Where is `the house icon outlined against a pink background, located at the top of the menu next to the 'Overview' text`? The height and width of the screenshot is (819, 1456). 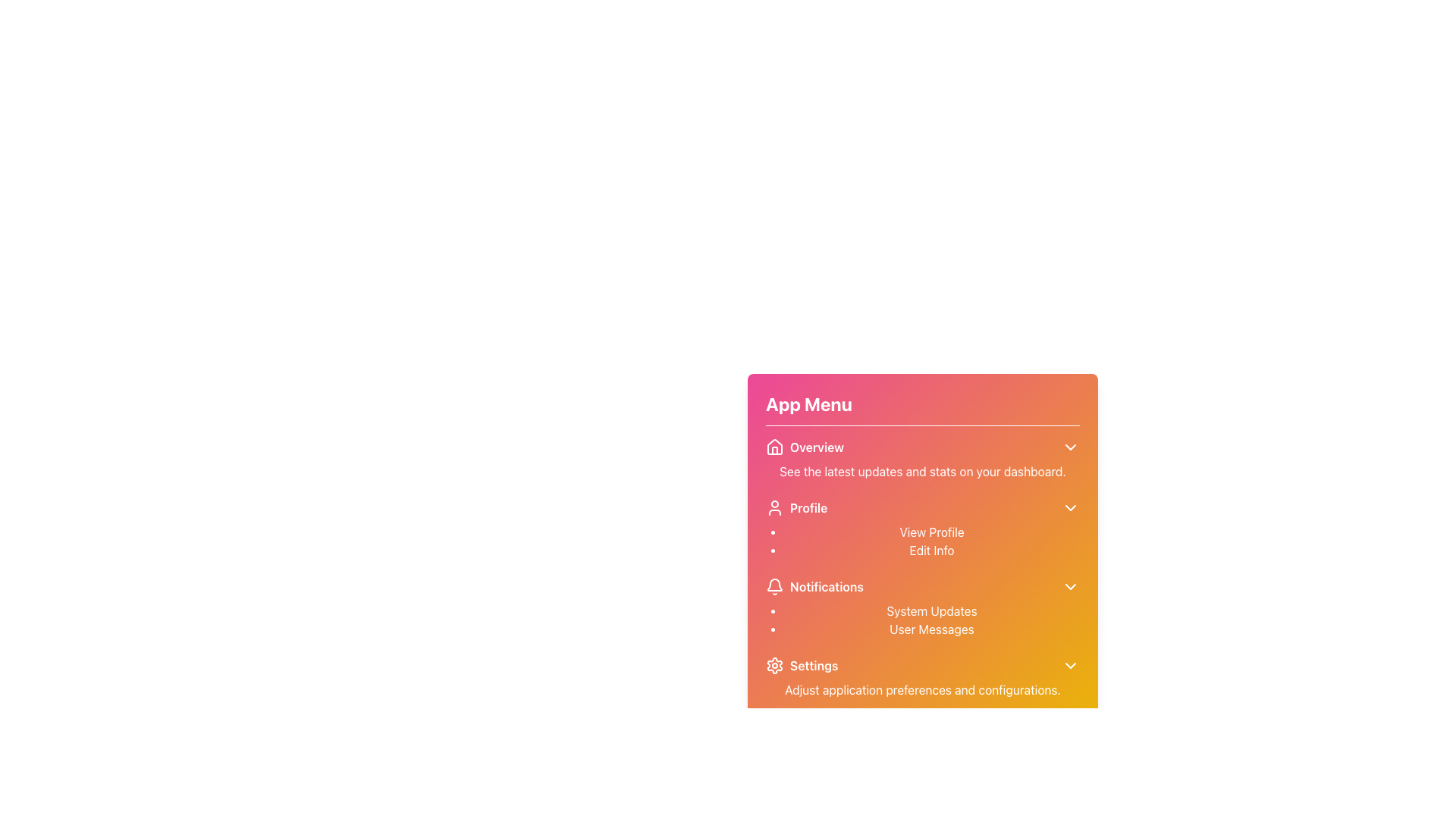
the house icon outlined against a pink background, located at the top of the menu next to the 'Overview' text is located at coordinates (775, 447).